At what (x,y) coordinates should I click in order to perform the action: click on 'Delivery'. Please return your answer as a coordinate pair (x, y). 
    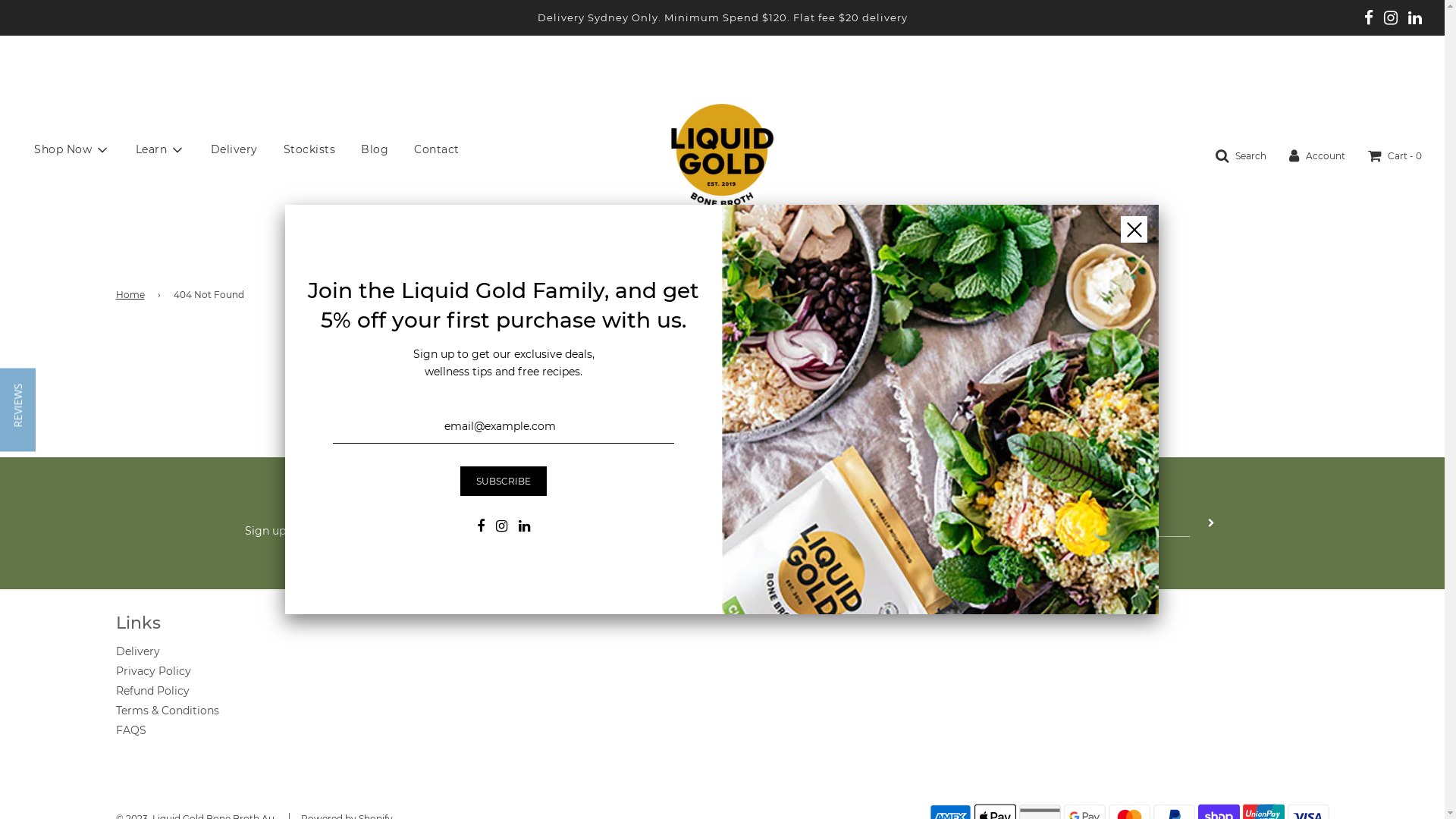
    Looking at the image, I should click on (198, 149).